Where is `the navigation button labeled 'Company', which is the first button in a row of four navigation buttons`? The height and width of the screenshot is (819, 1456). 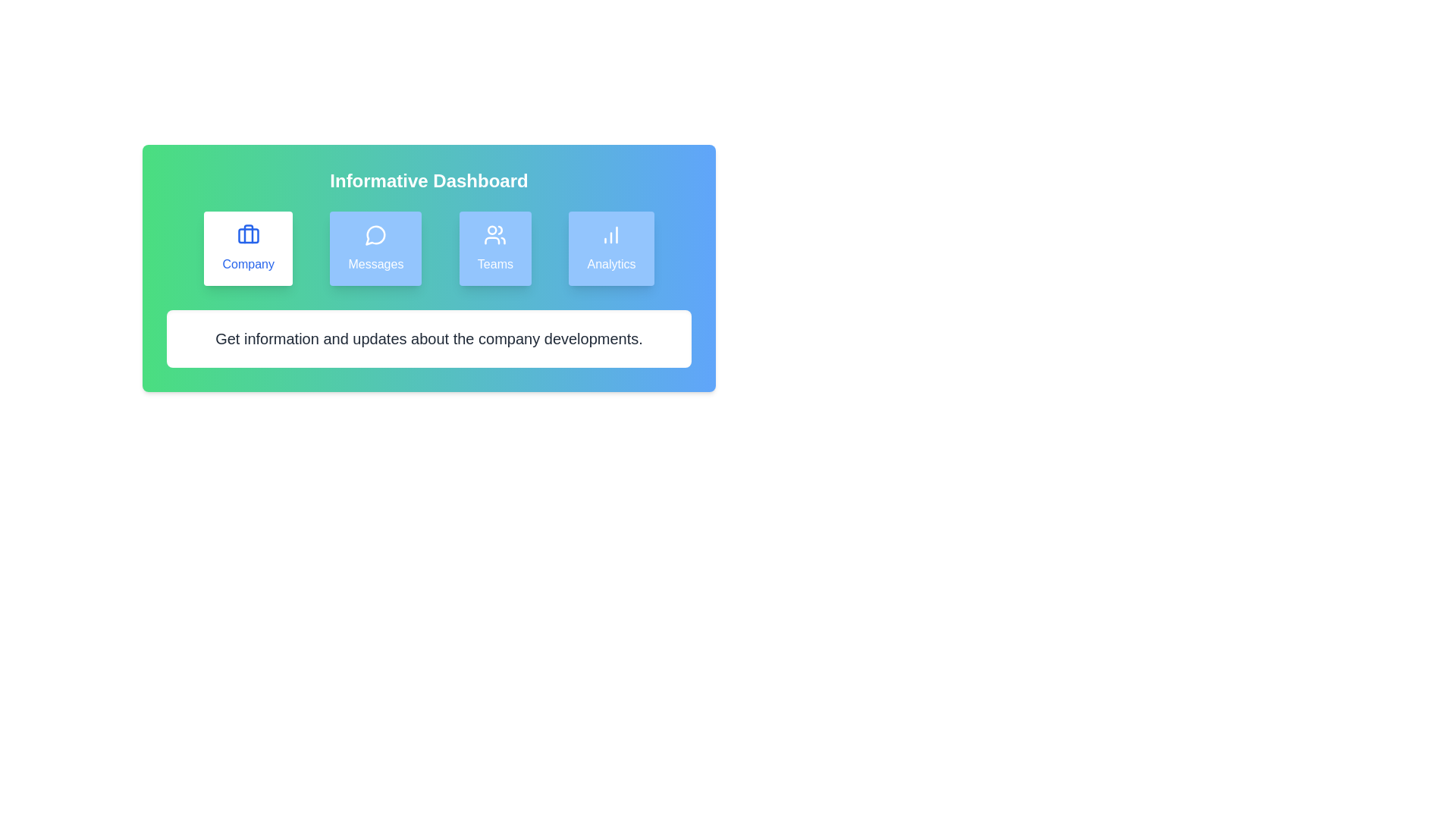 the navigation button labeled 'Company', which is the first button in a row of four navigation buttons is located at coordinates (248, 247).